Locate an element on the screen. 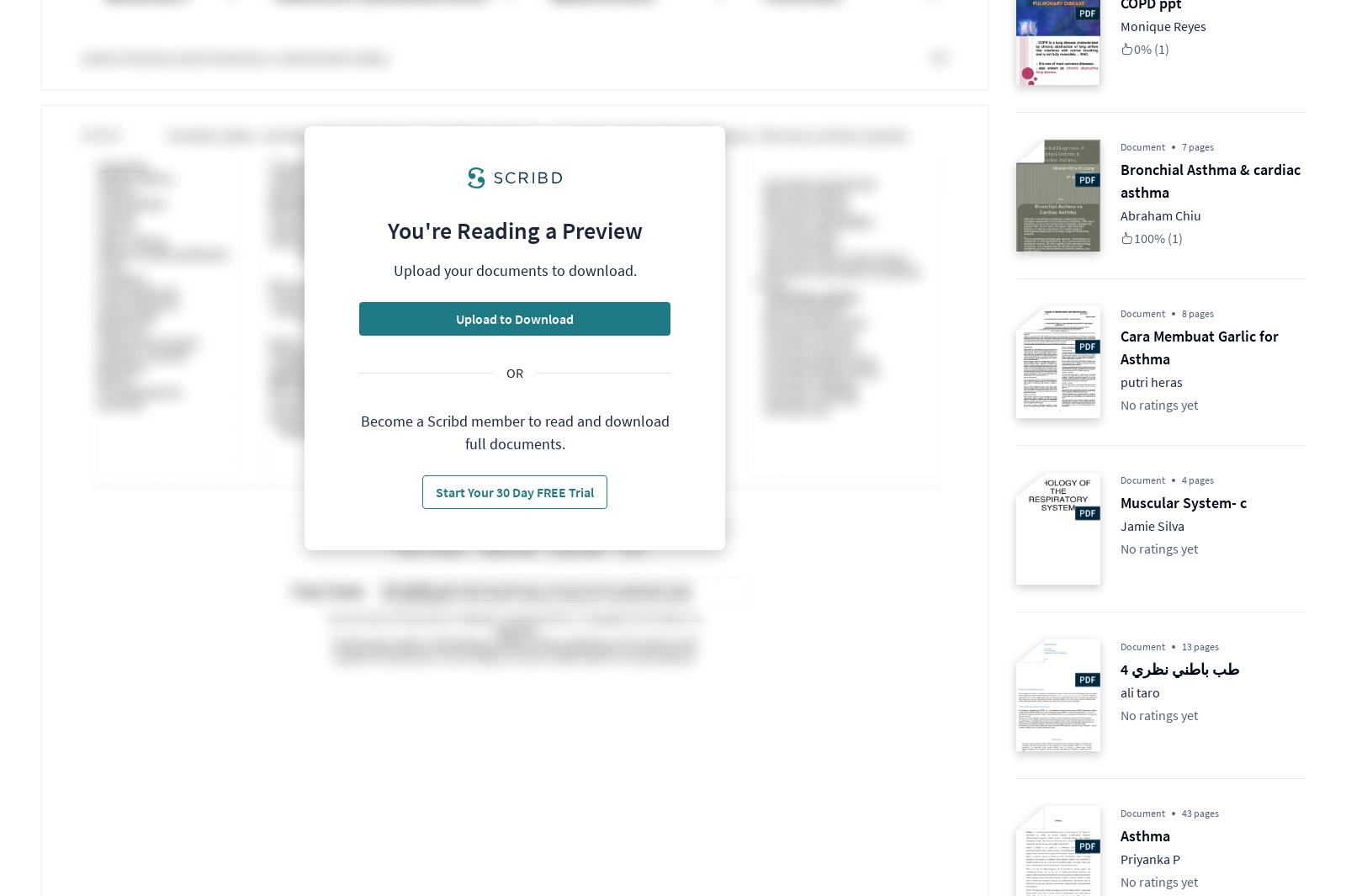 The height and width of the screenshot is (896, 1346). 'Jamie Silva' is located at coordinates (1151, 526).